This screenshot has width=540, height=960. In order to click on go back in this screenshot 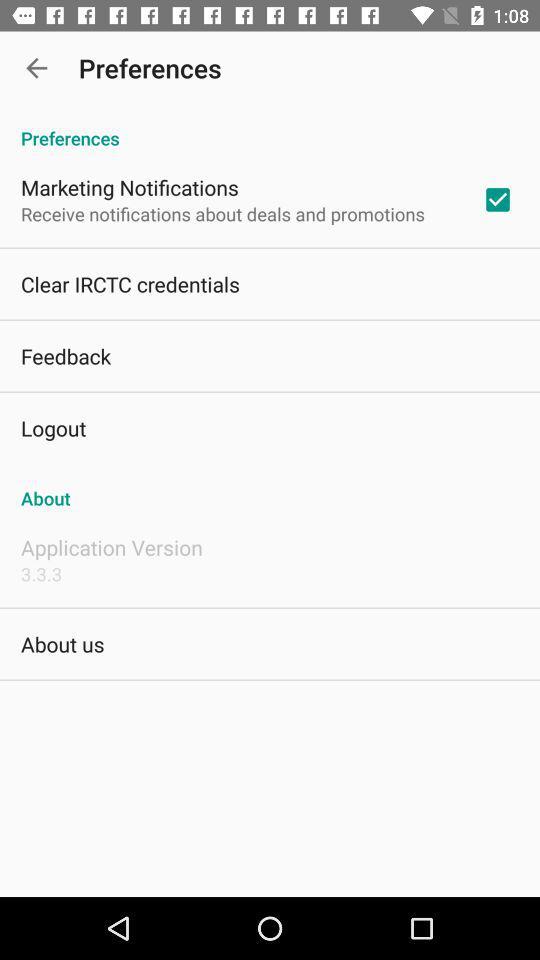, I will do `click(36, 68)`.